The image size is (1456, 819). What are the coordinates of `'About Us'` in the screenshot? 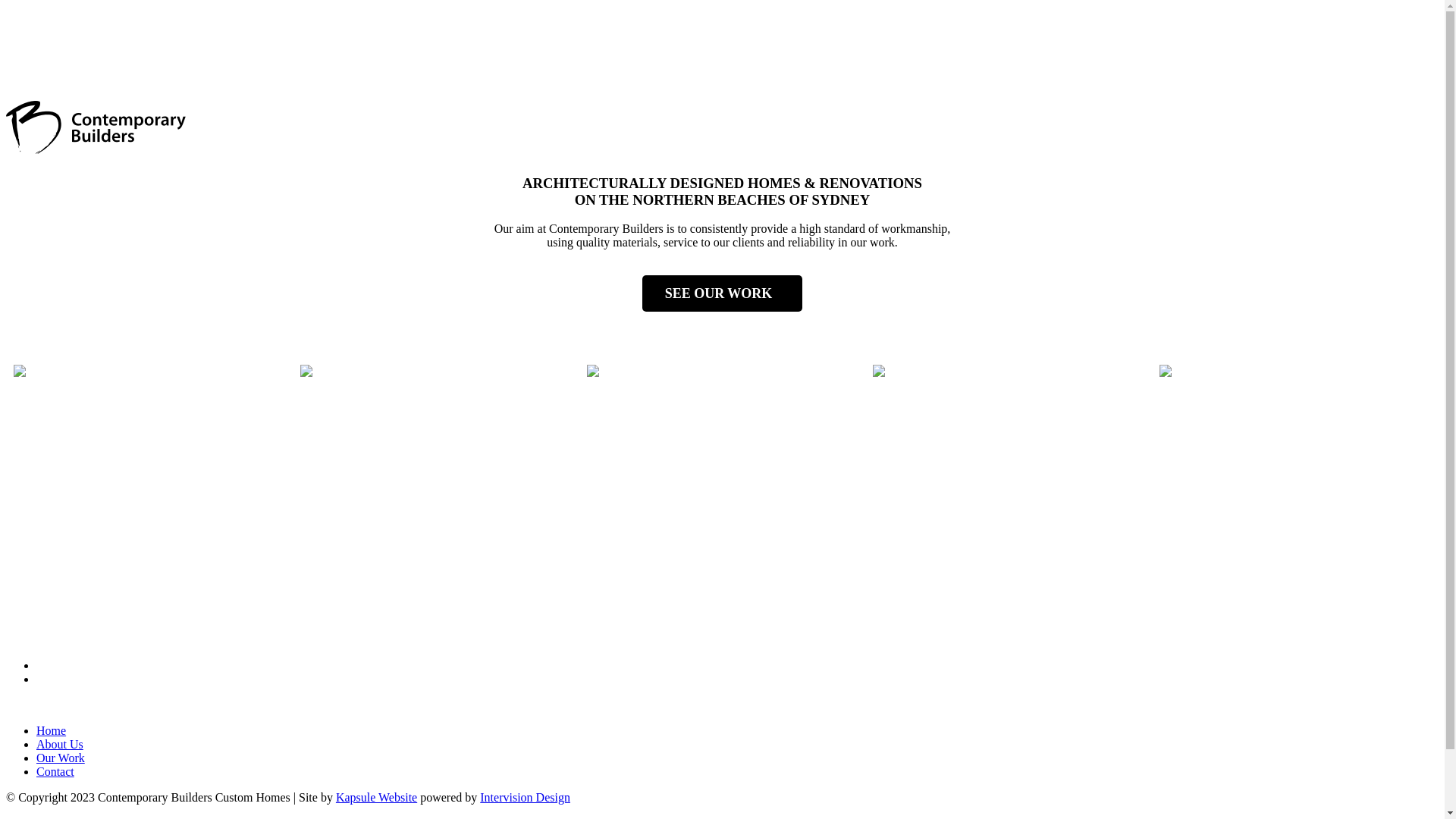 It's located at (59, 743).